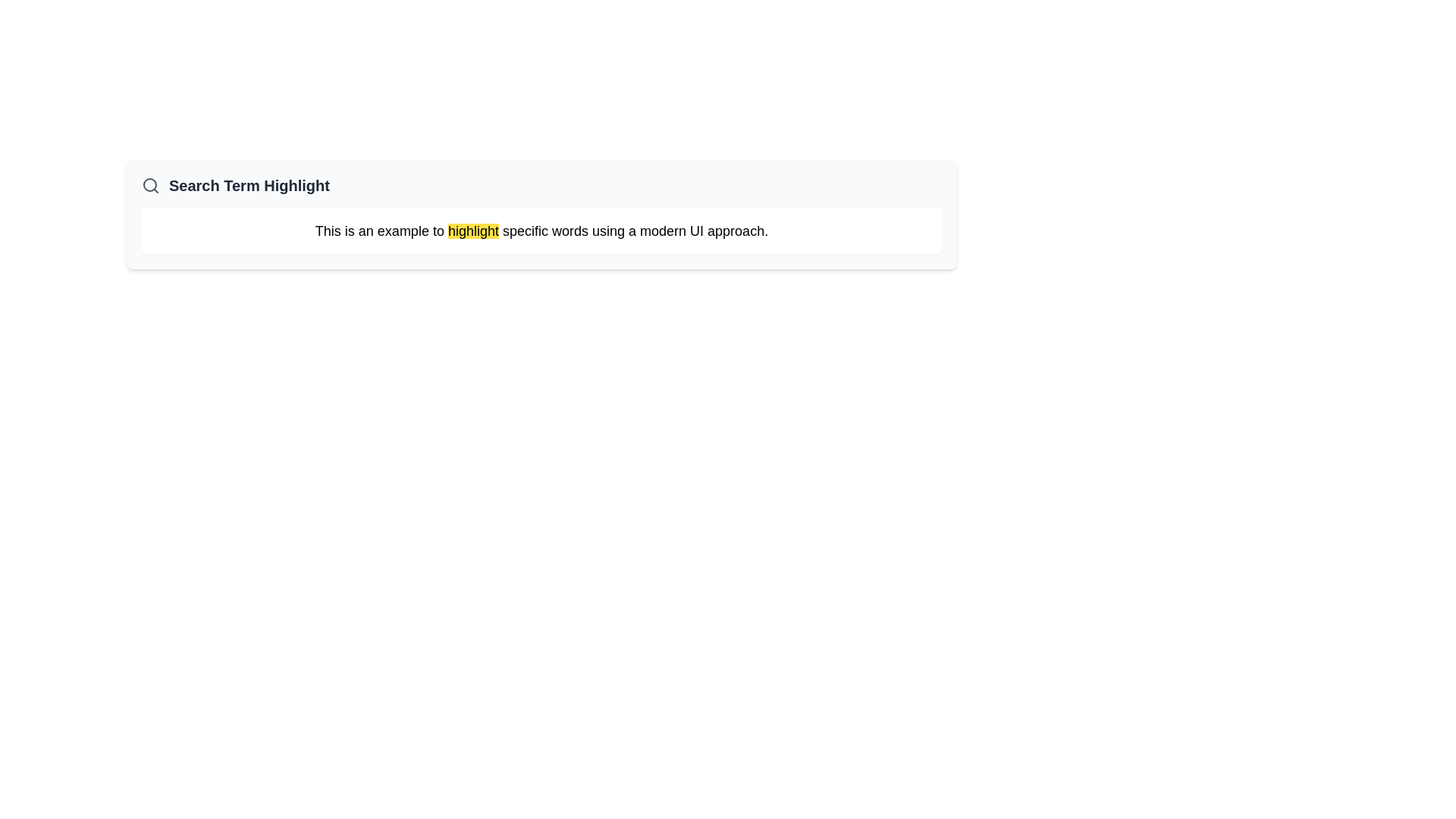 The image size is (1456, 819). Describe the element at coordinates (149, 184) in the screenshot. I see `the SVG circle element that represents the lens of the magnifying glass icon located next to the 'Search Term Highlight' label` at that location.